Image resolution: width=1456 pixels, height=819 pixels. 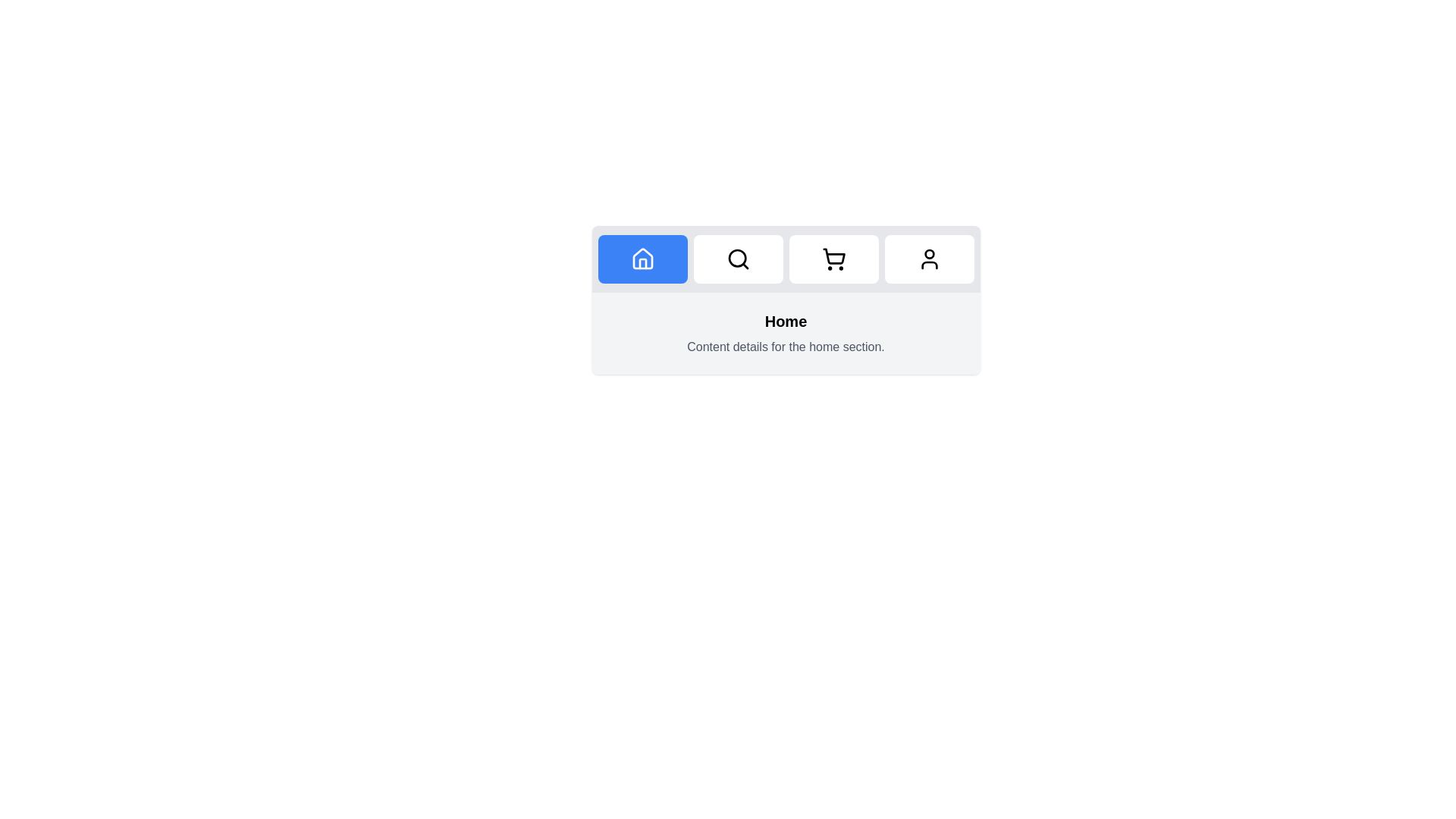 I want to click on the upper circular part of the user icon represented in the SVG graphic, which signifies the user account or profile section, so click(x=928, y=253).